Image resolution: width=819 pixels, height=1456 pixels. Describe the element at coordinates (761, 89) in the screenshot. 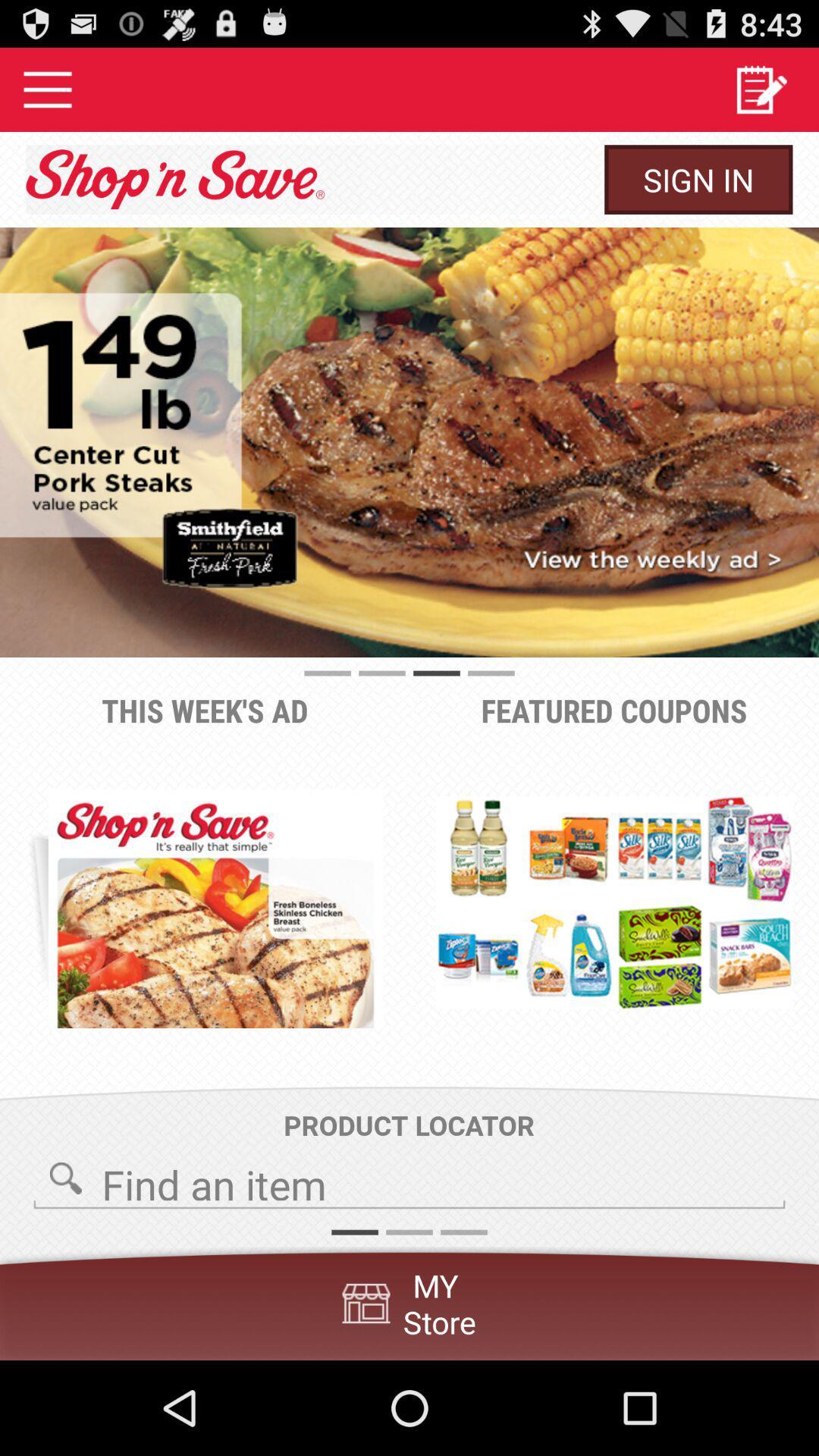

I see `notepad` at that location.